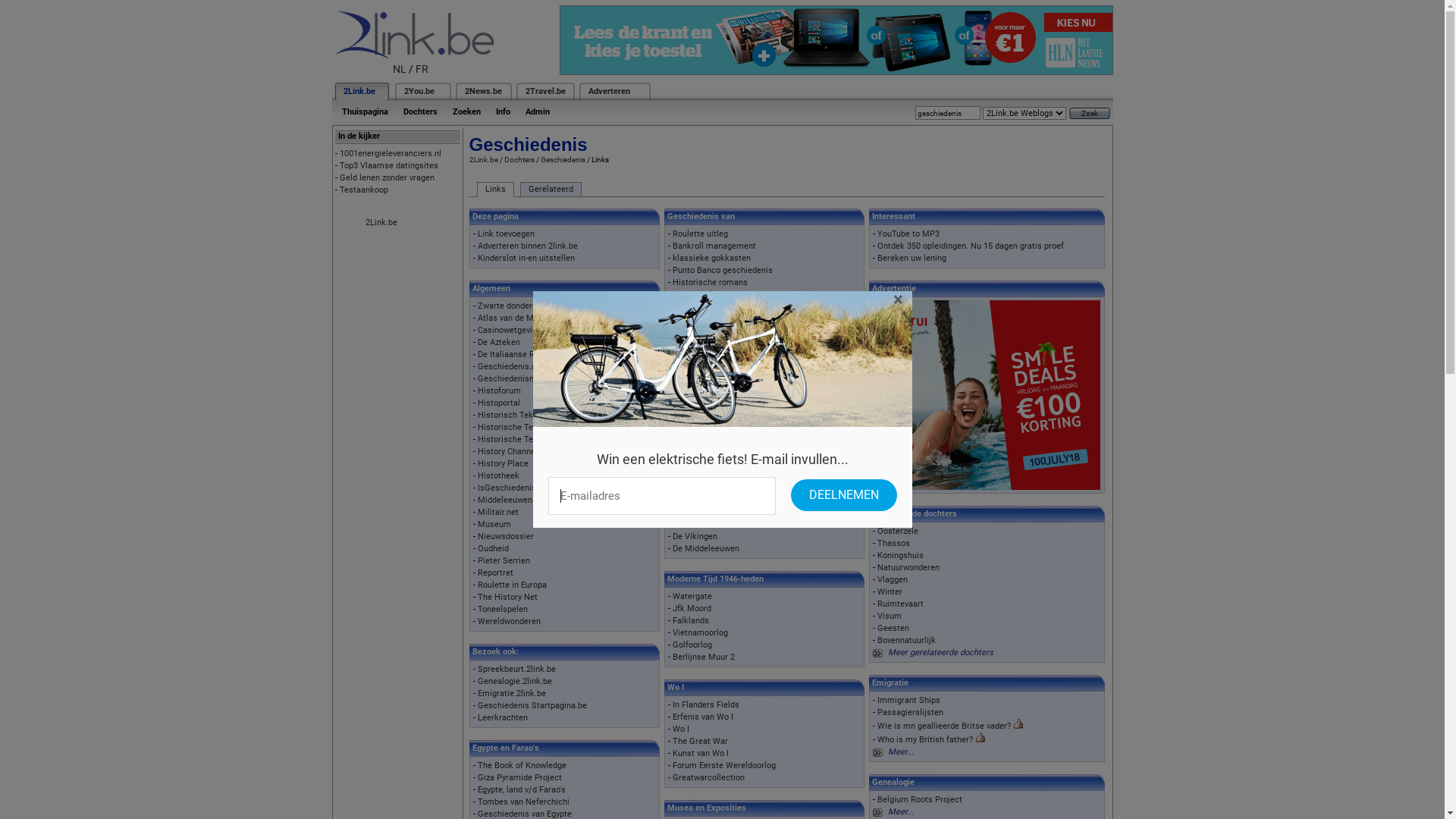  I want to click on 'Militair.net', so click(498, 512).